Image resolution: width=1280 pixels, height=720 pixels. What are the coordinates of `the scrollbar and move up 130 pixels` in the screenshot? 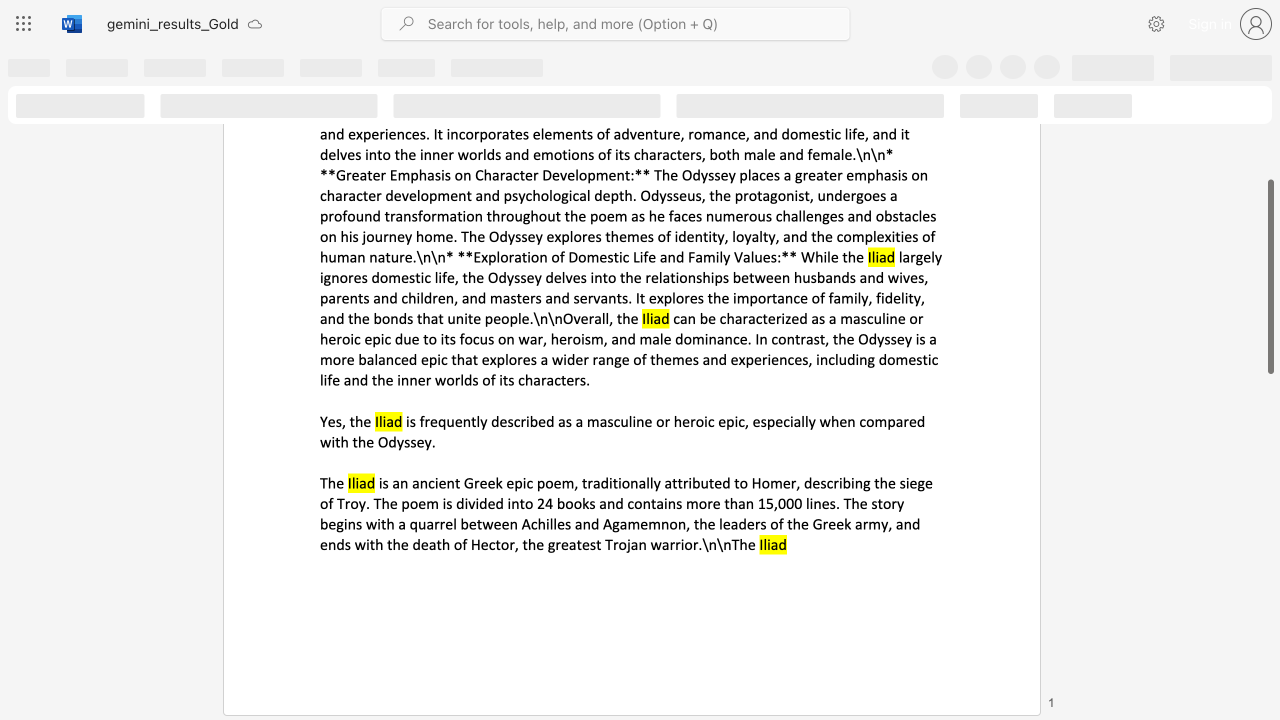 It's located at (1269, 276).